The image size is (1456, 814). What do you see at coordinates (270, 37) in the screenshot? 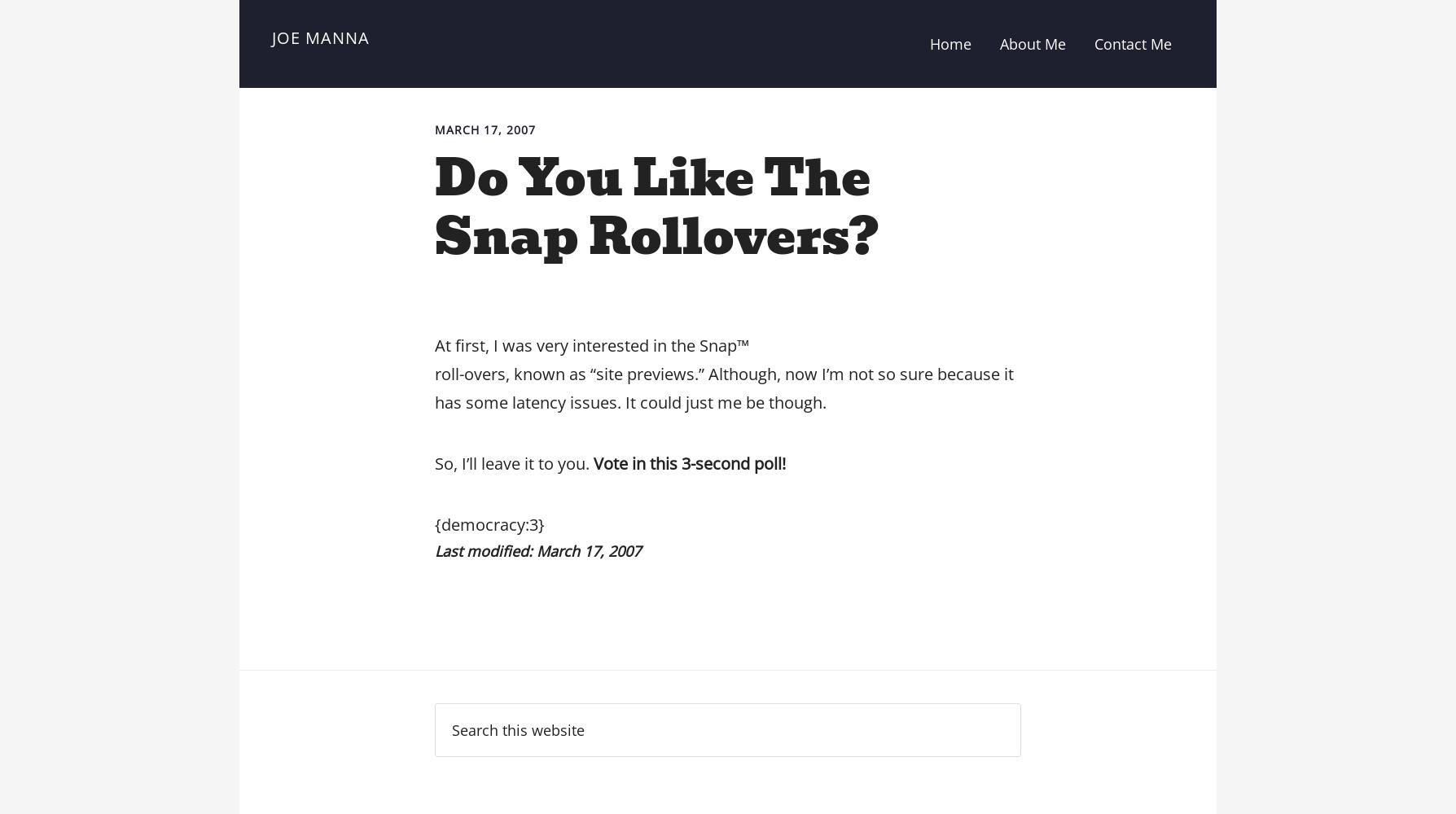
I see `'Joe Manna'` at bounding box center [270, 37].